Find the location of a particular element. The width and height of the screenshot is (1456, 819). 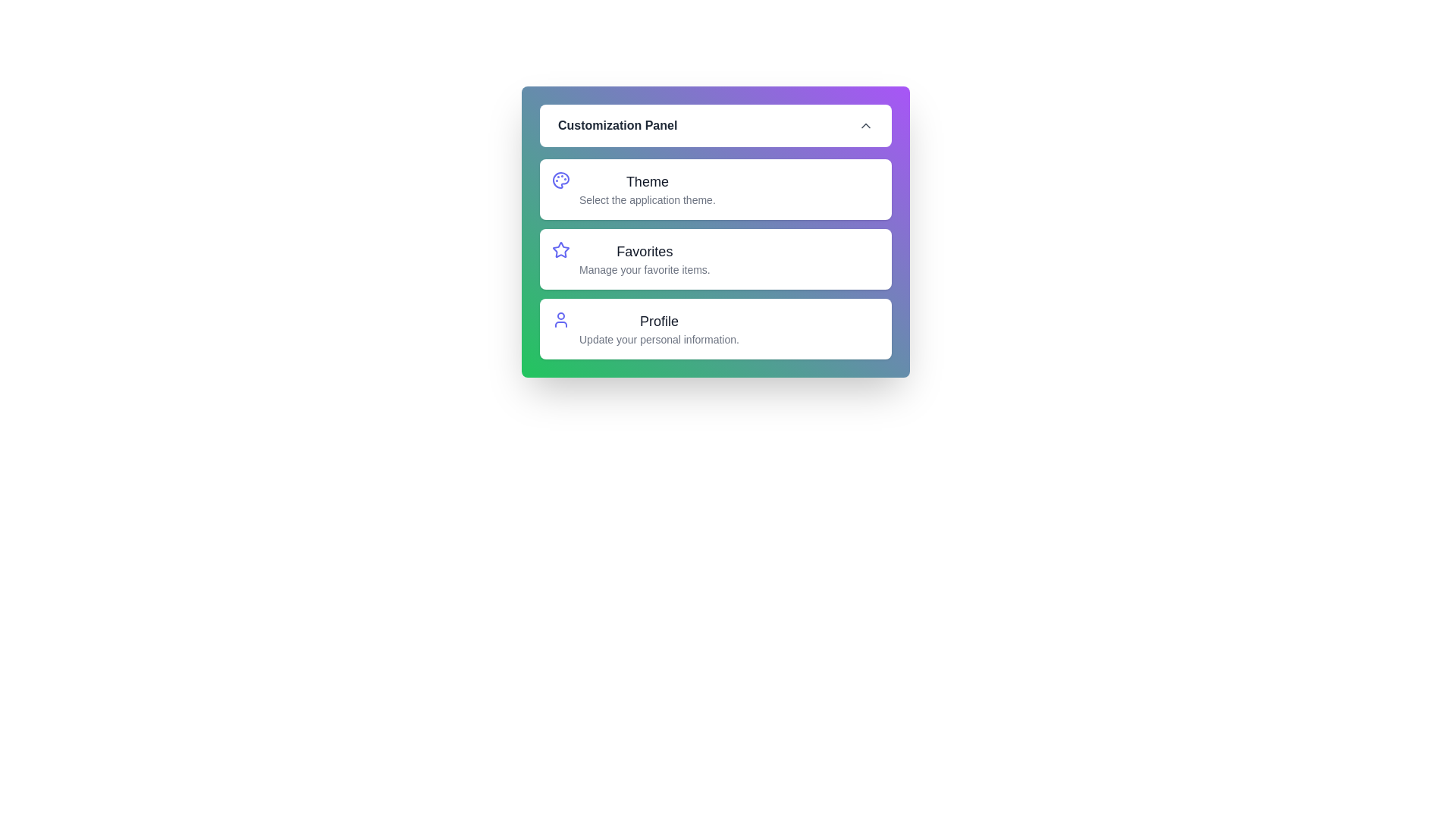

the 'Theme' option in the customization panel is located at coordinates (715, 189).